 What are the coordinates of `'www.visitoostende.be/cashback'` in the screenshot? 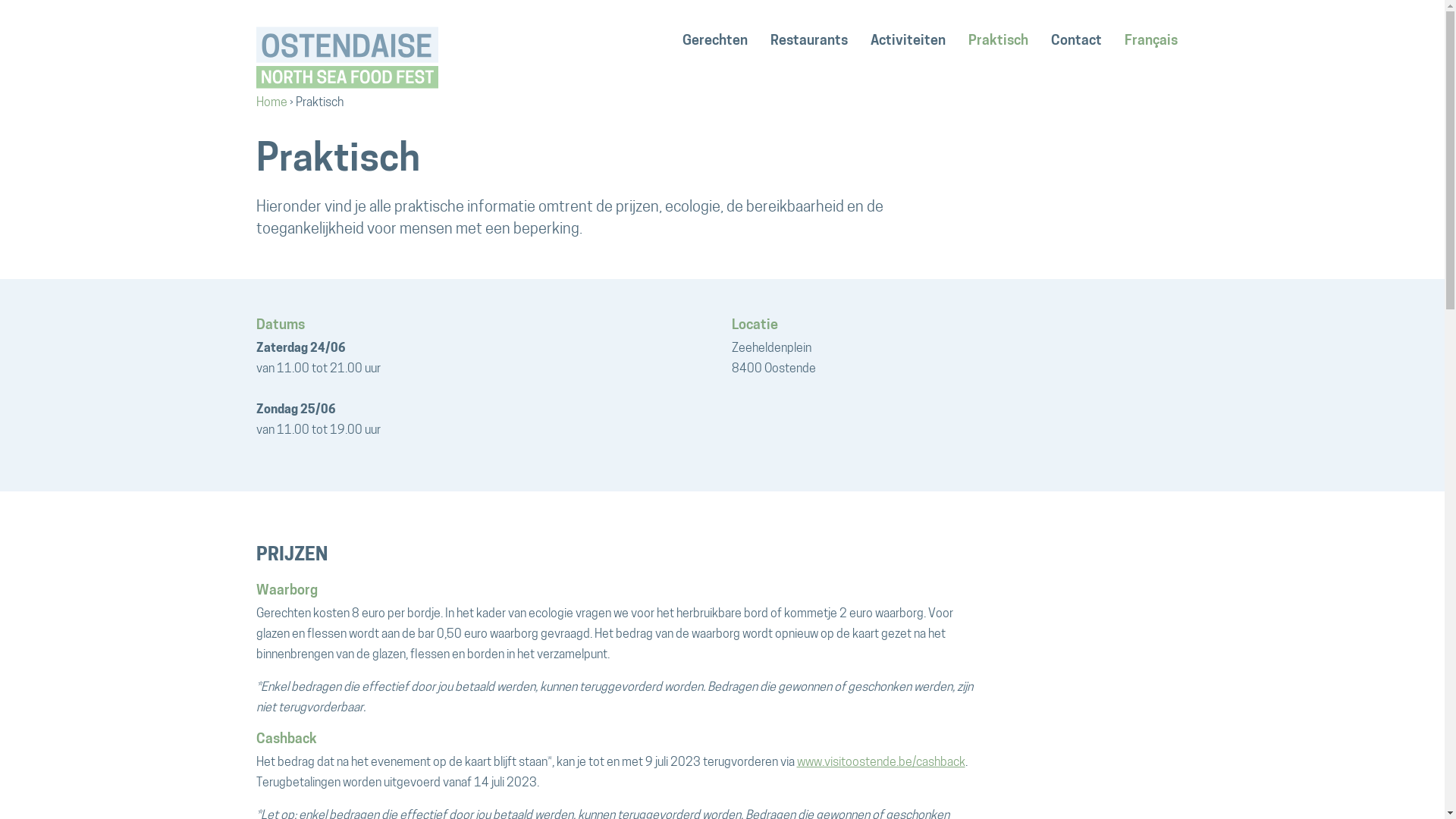 It's located at (880, 763).